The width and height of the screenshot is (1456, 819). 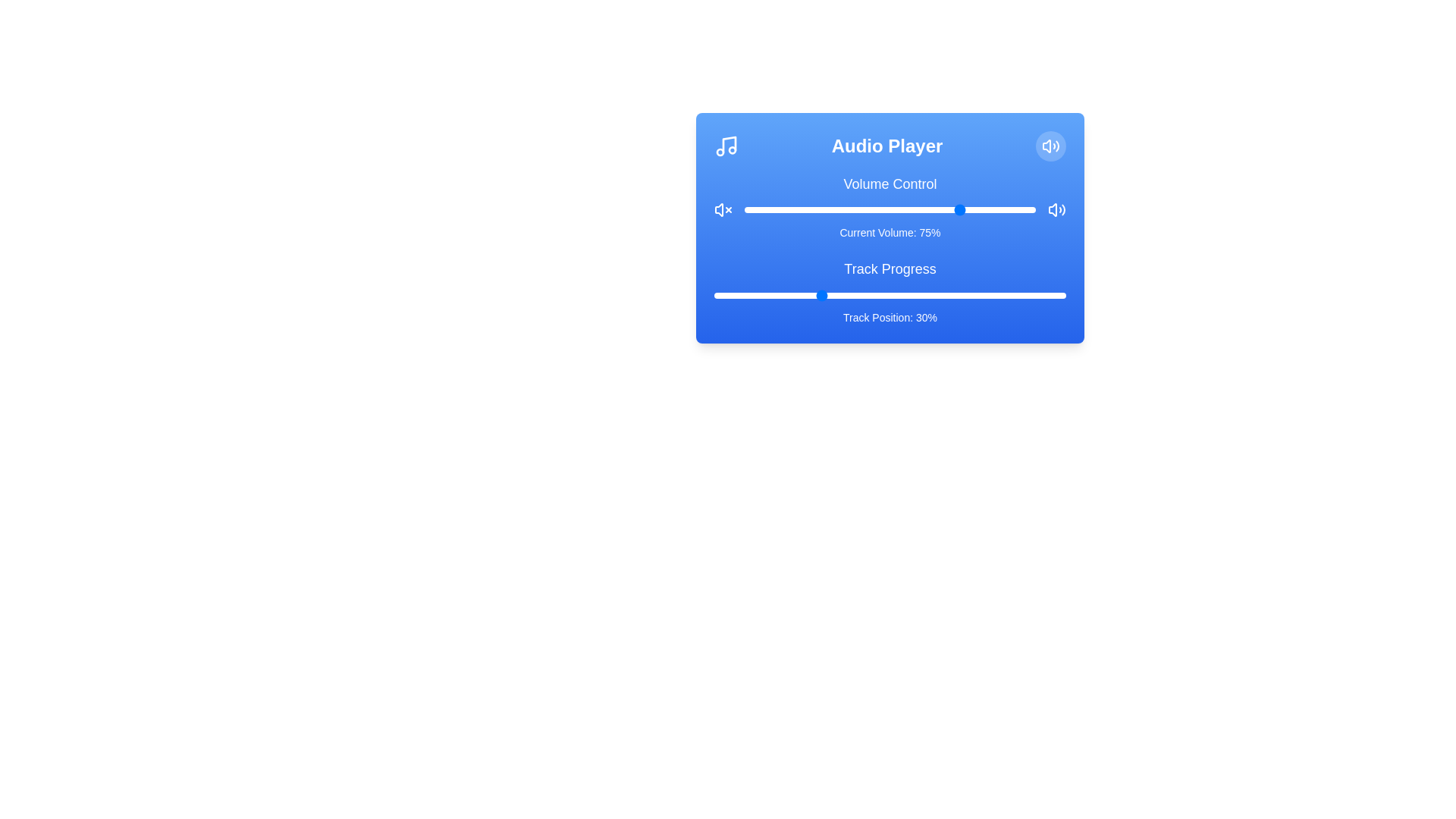 I want to click on volume, so click(x=839, y=210).